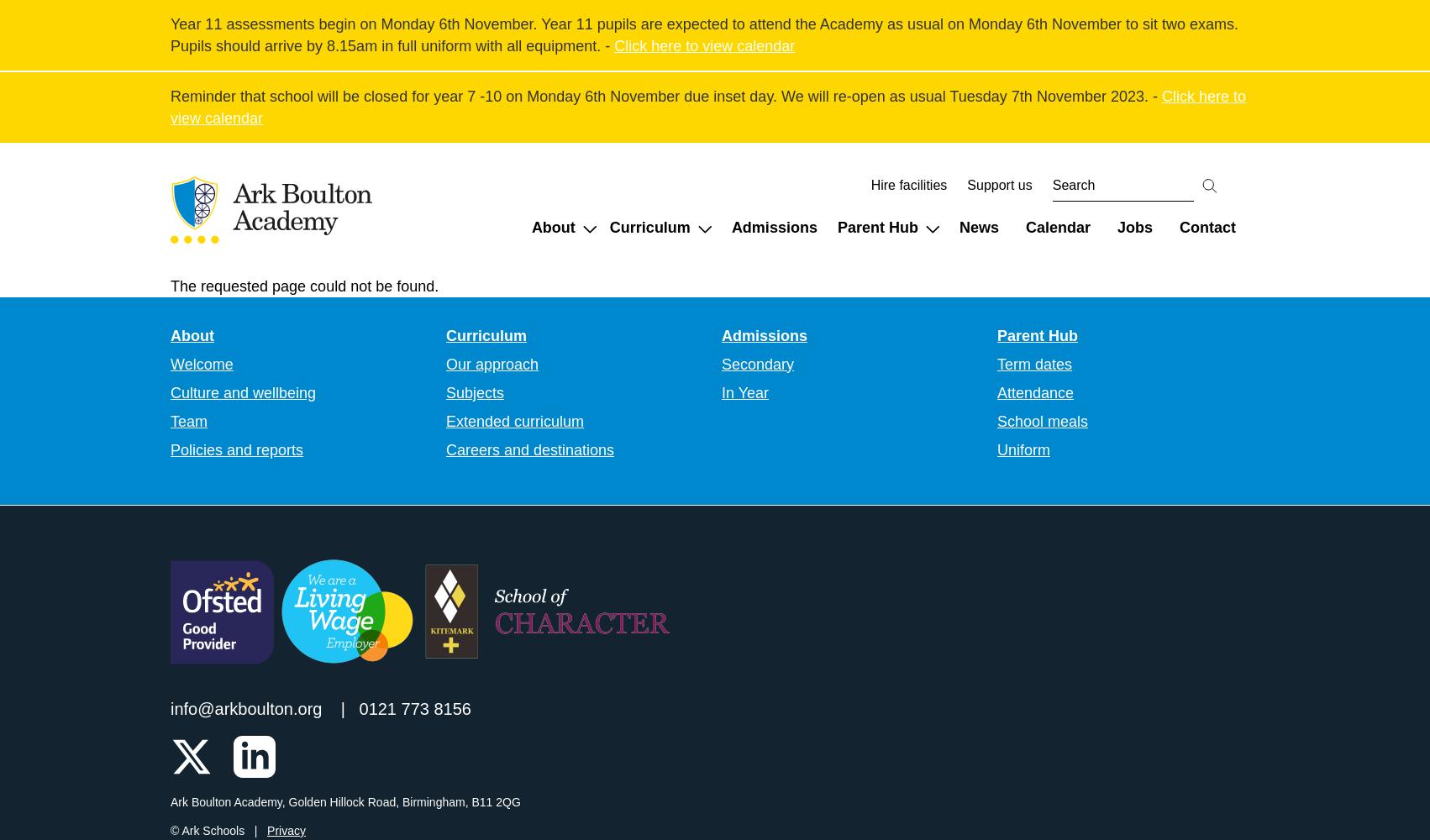 This screenshot has width=1430, height=840. I want to click on 'Overview', so click(1048, 333).